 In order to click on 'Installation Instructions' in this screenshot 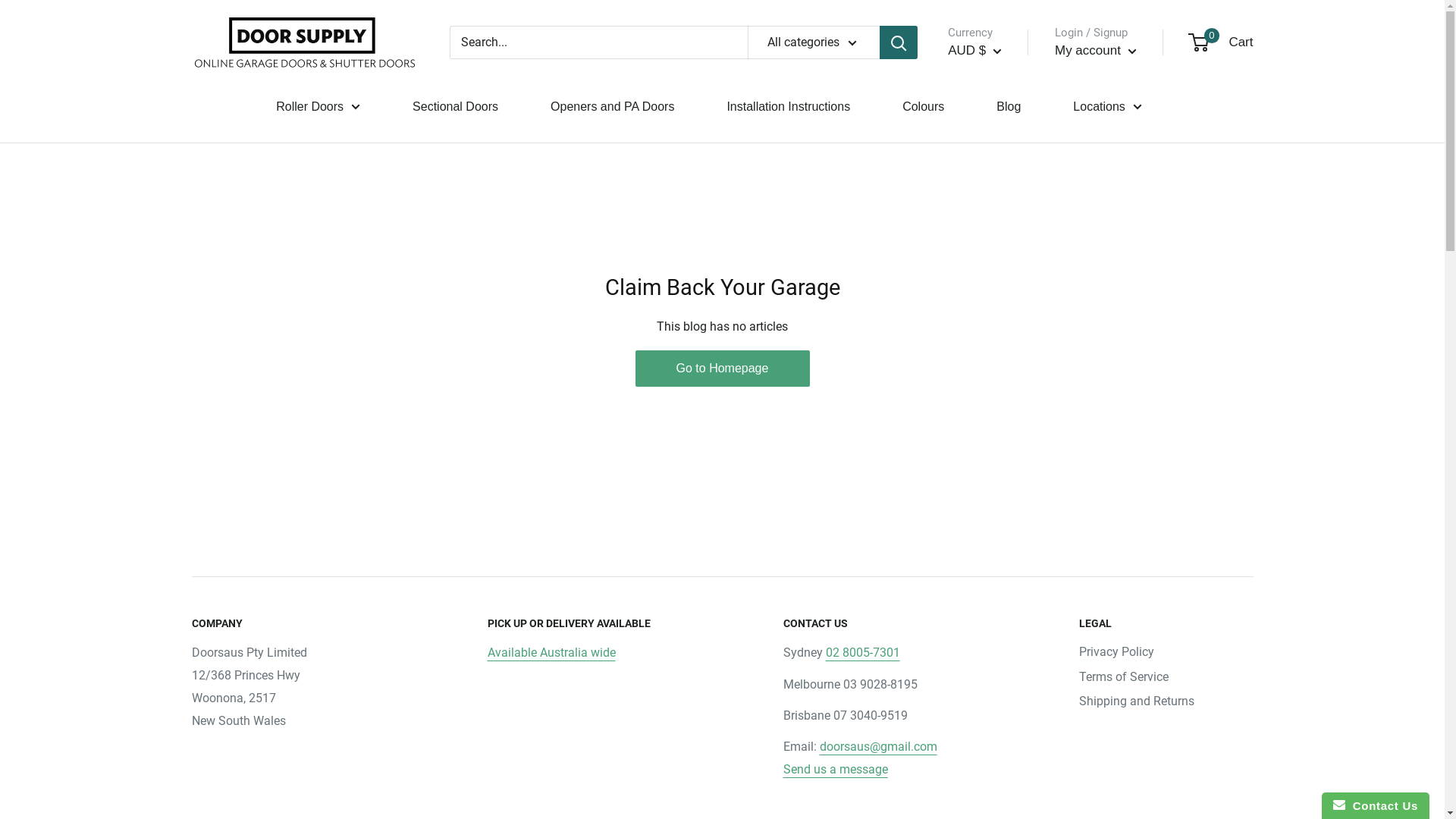, I will do `click(788, 106)`.